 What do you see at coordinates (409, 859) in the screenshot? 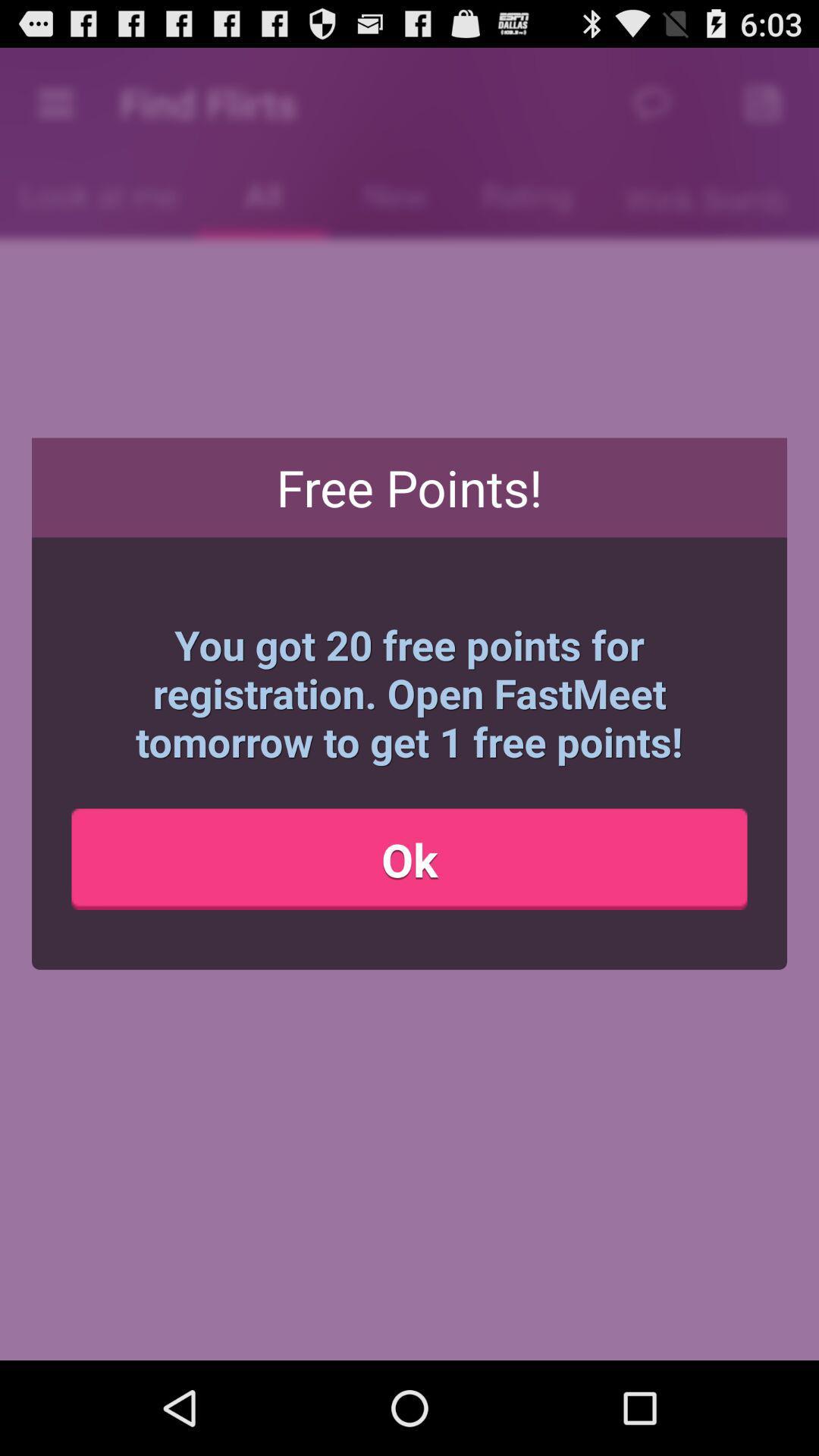
I see `the ok` at bounding box center [409, 859].